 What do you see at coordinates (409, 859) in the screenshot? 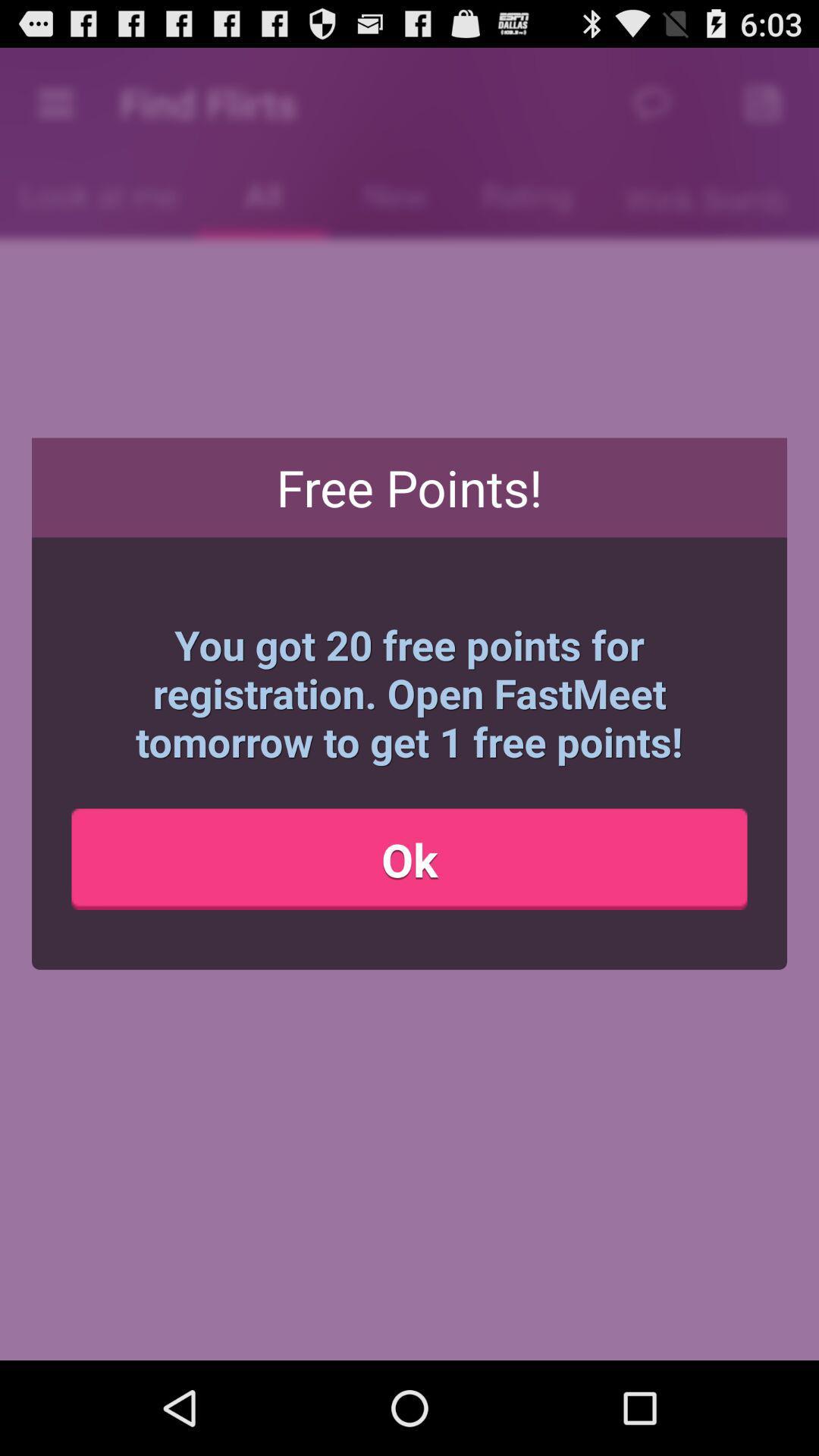
I see `the ok` at bounding box center [409, 859].